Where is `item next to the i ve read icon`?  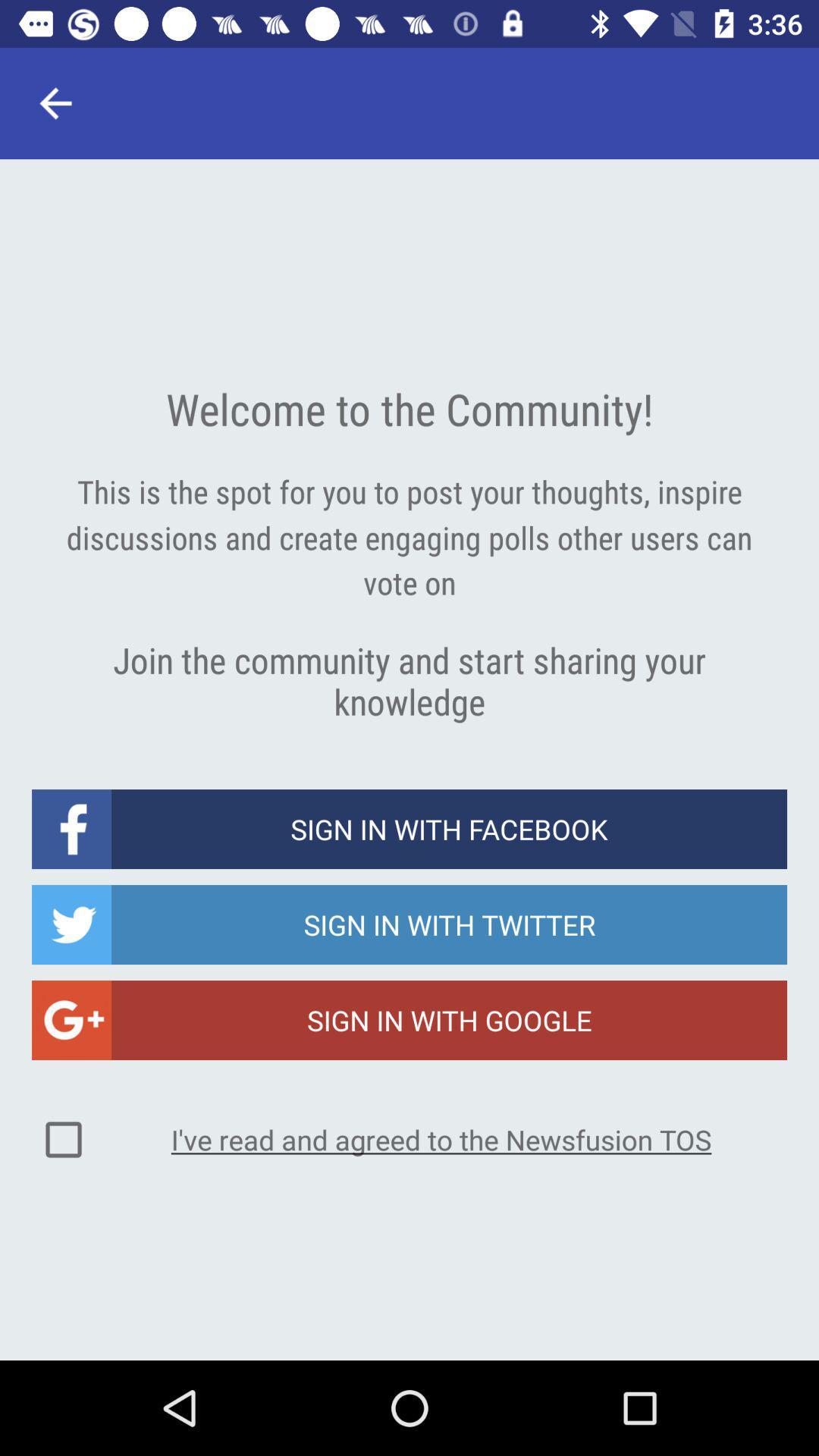 item next to the i ve read icon is located at coordinates (63, 1139).